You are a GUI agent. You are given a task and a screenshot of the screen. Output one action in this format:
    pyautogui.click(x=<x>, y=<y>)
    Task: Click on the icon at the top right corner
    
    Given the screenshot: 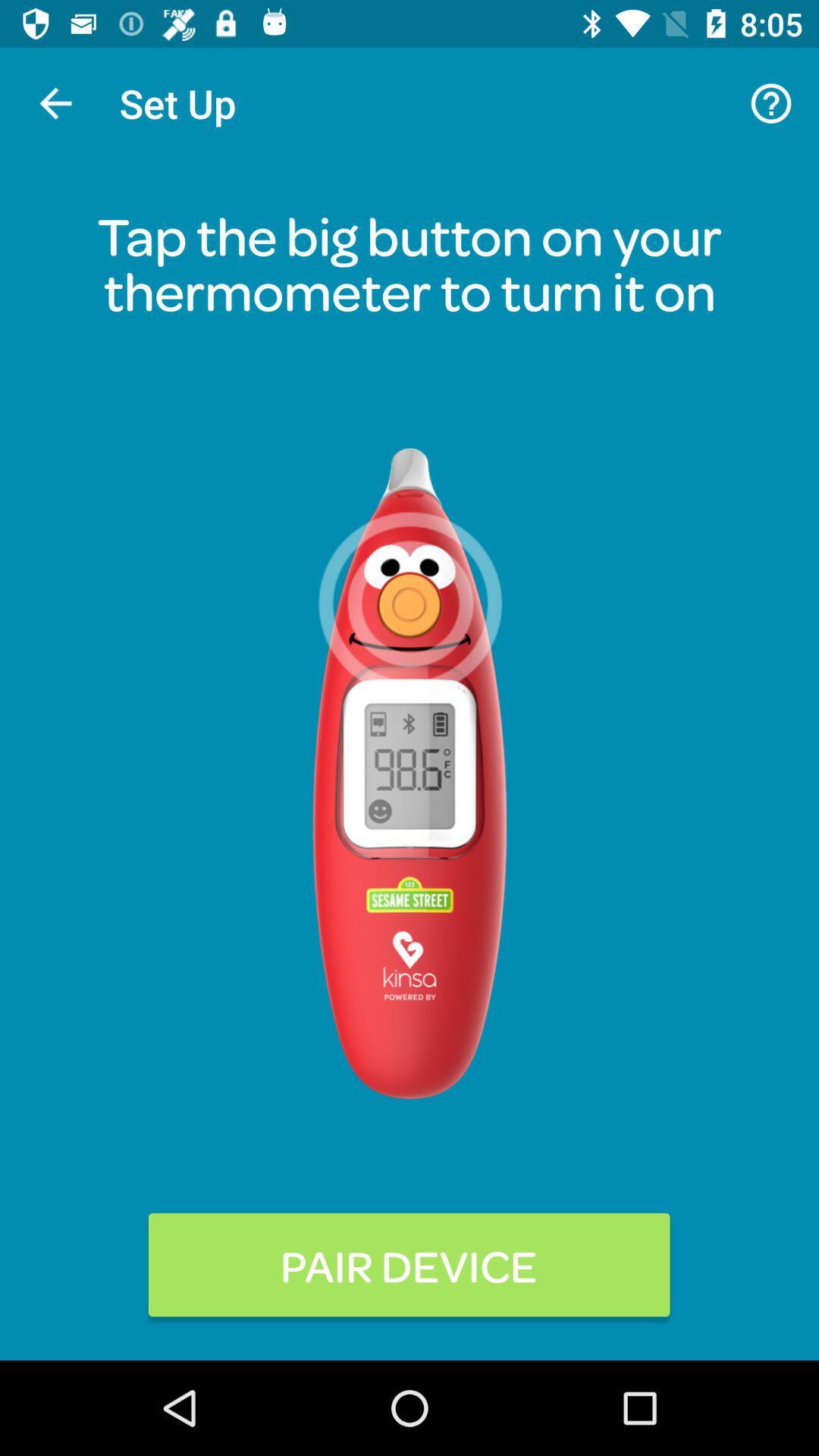 What is the action you would take?
    pyautogui.click(x=771, y=102)
    